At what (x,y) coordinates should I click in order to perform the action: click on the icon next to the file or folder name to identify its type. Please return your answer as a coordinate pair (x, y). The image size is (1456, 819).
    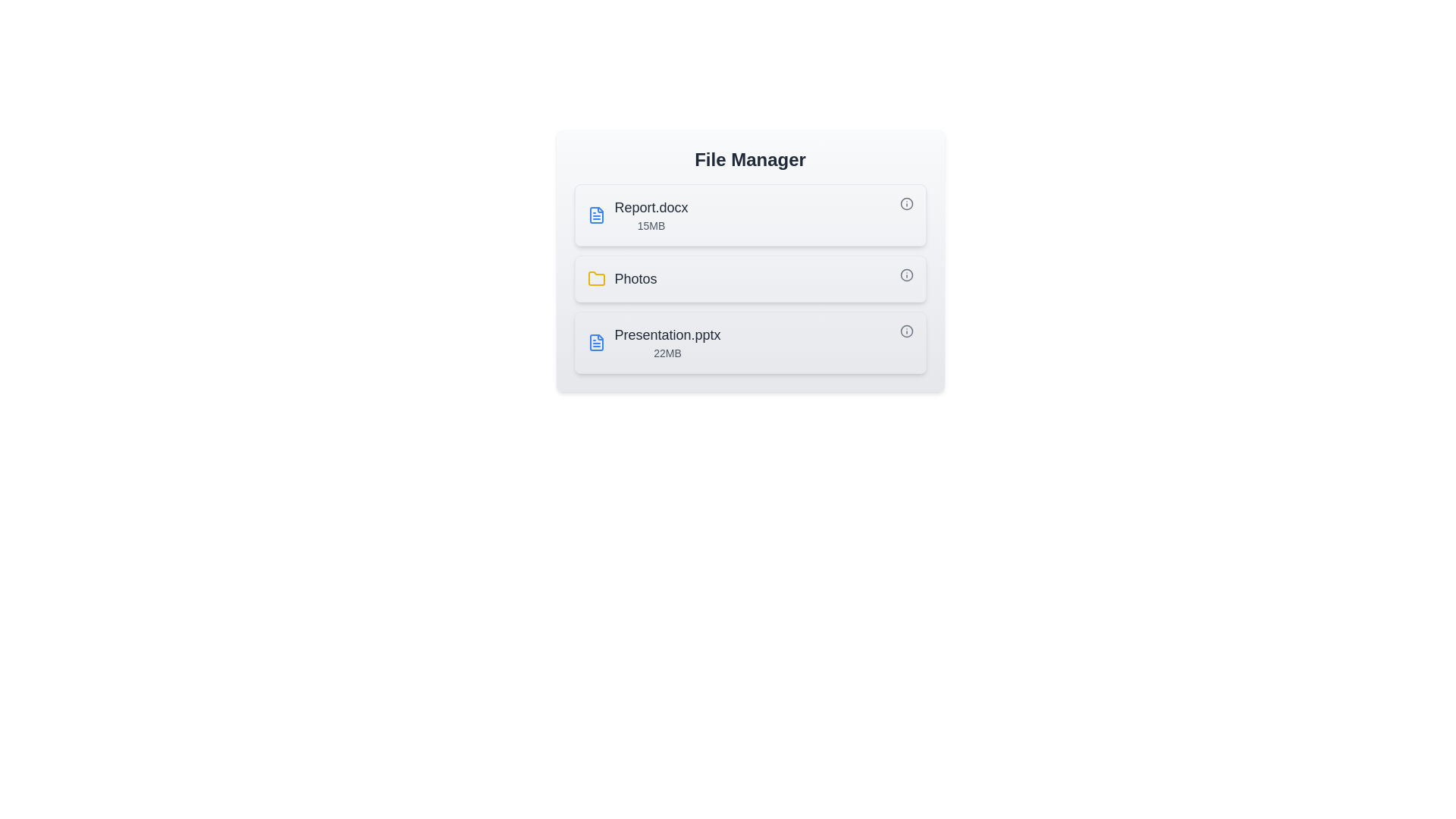
    Looking at the image, I should click on (595, 215).